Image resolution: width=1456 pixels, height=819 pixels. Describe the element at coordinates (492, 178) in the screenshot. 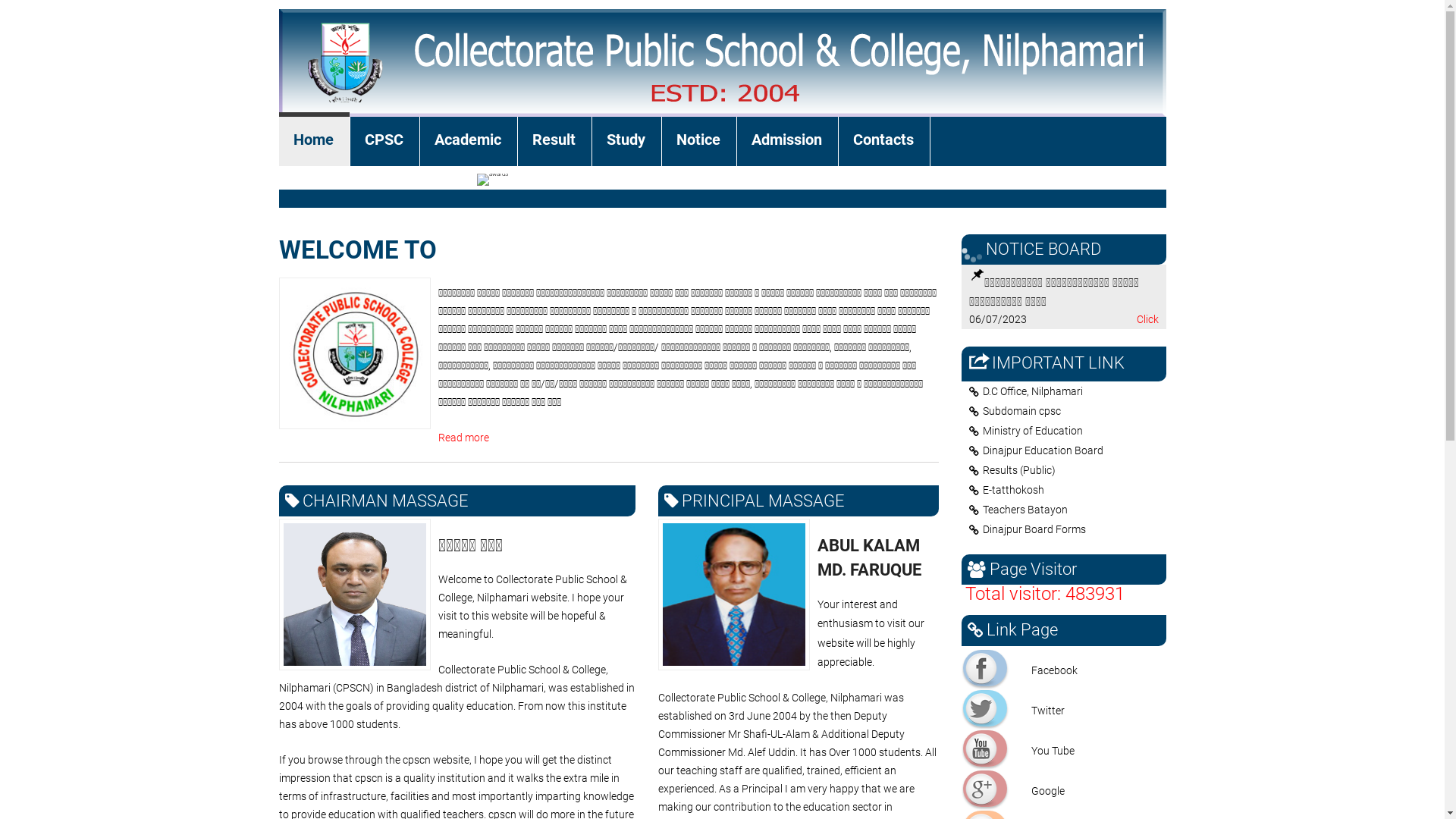

I see `'award3'` at that location.